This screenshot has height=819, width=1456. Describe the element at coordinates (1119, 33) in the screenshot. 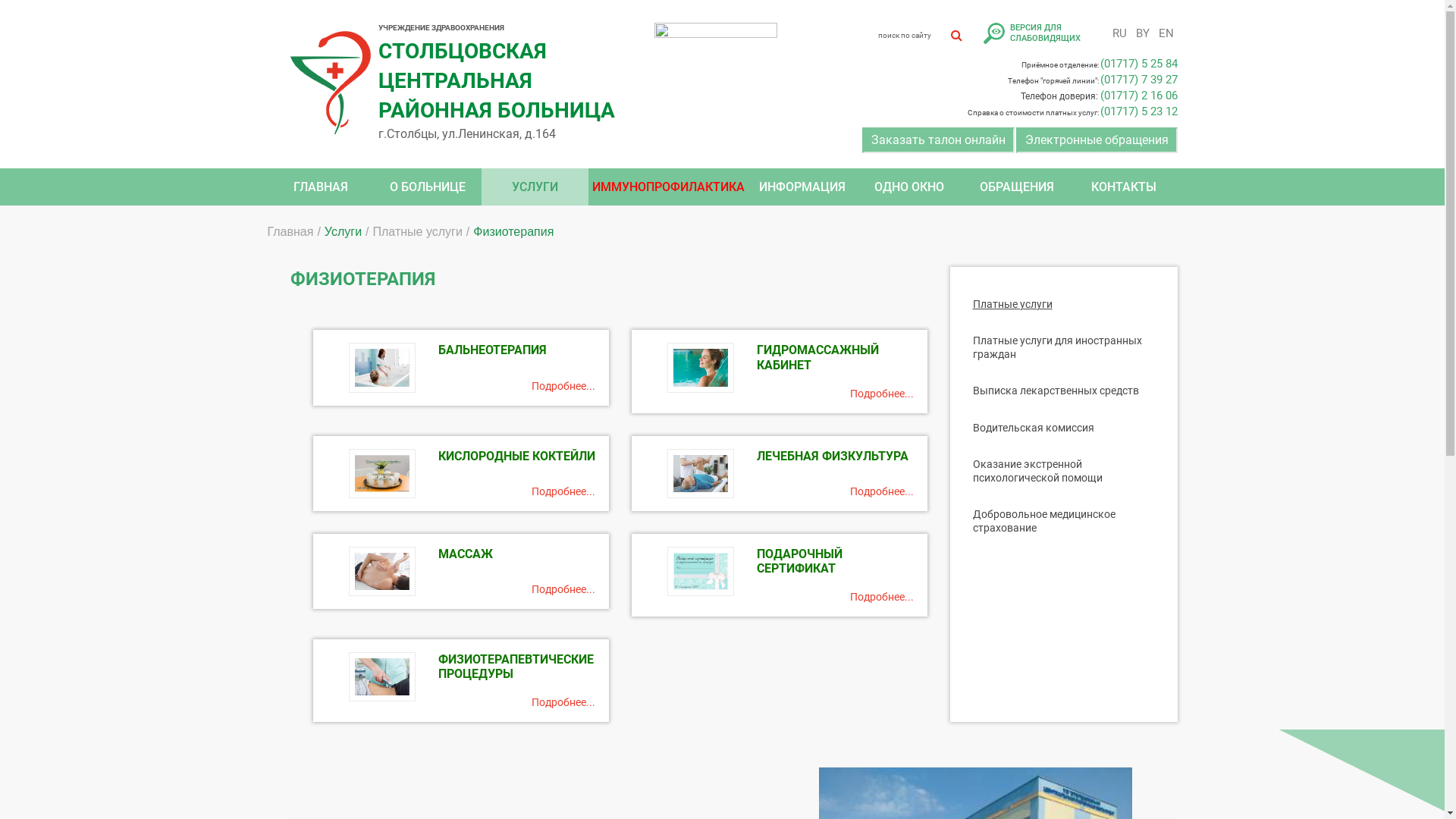

I see `'RU'` at that location.